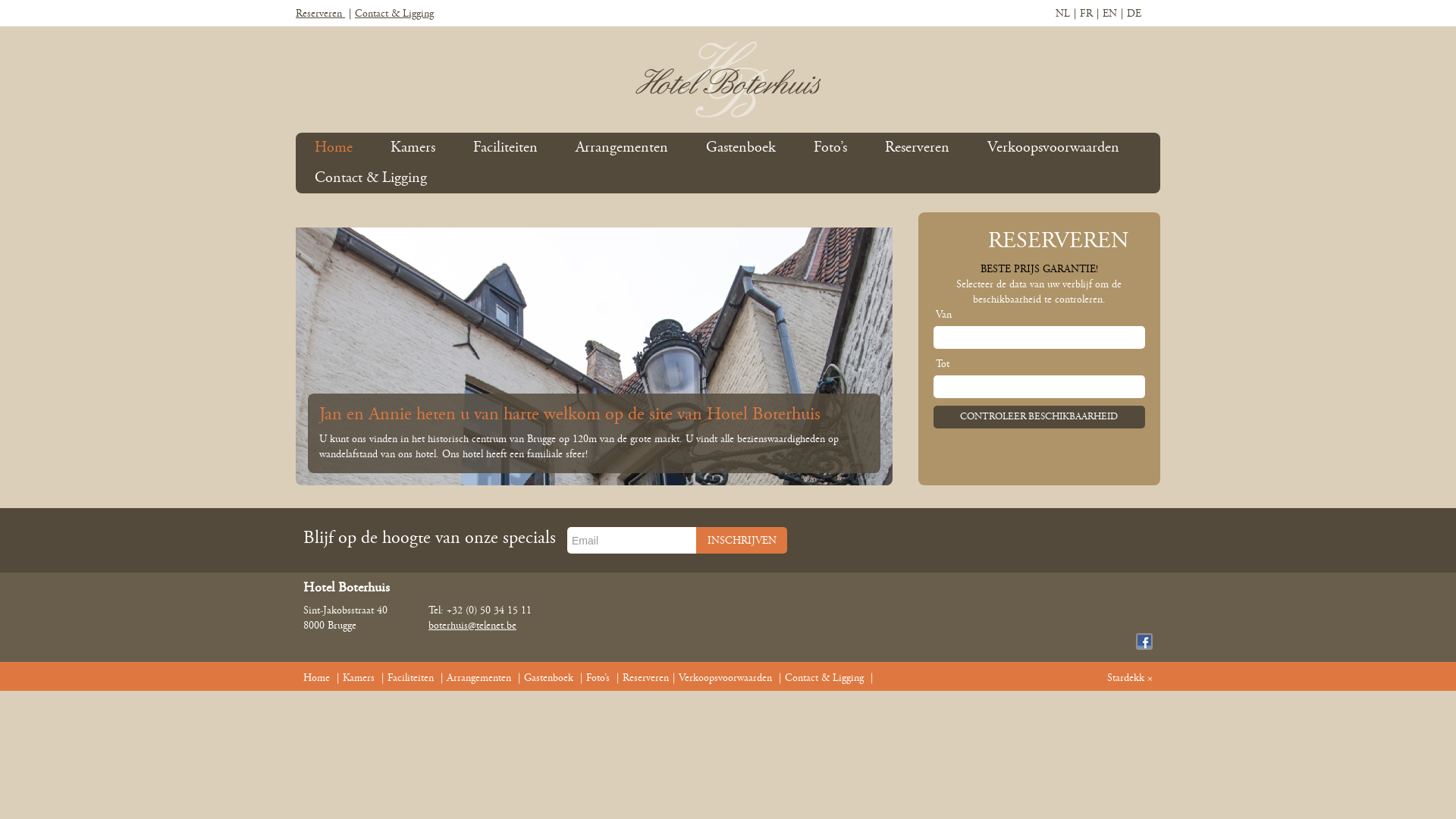 The width and height of the screenshot is (1456, 819). Describe the element at coordinates (741, 148) in the screenshot. I see `'Gastenboek'` at that location.